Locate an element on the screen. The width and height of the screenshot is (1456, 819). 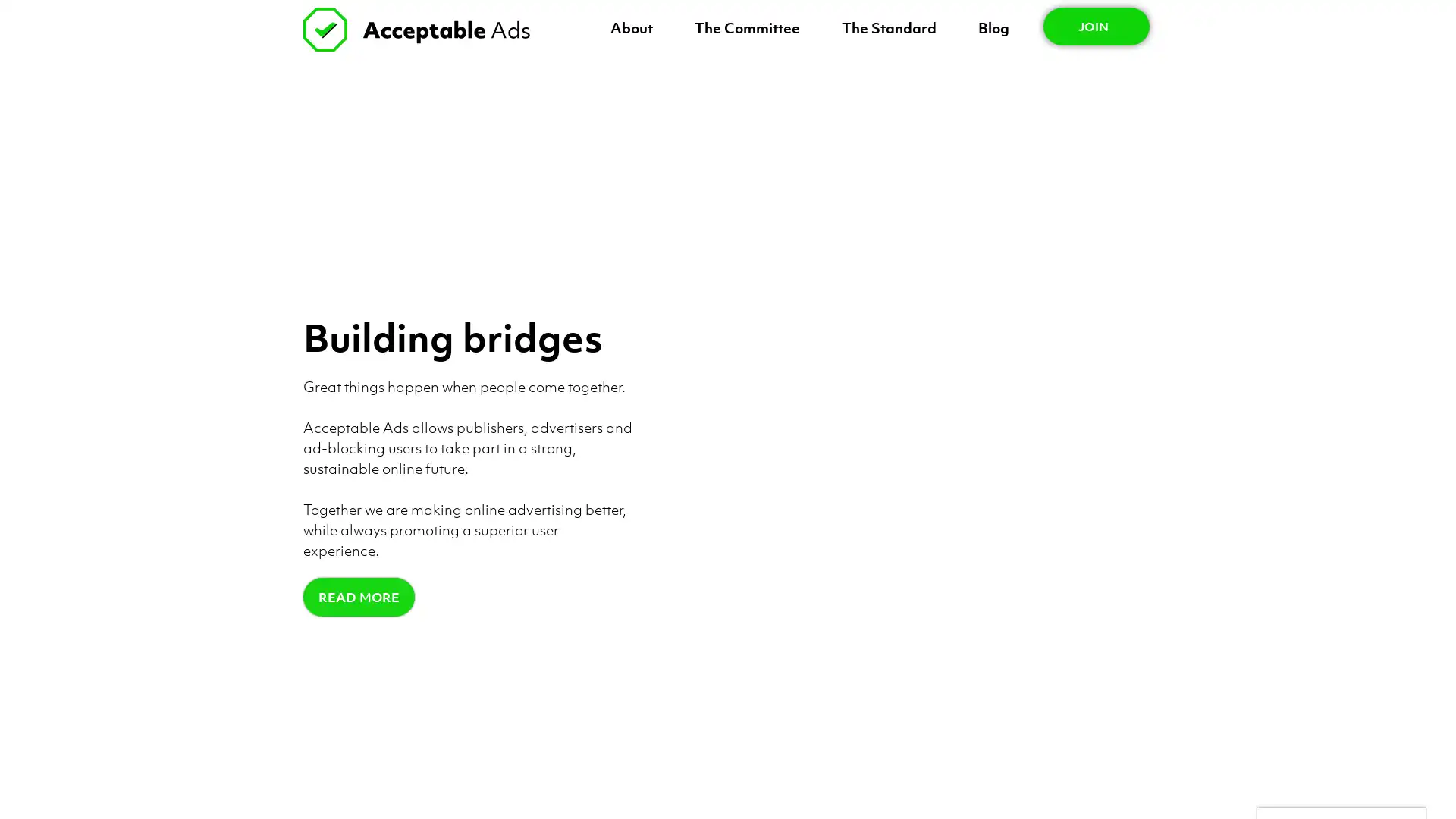
JOIN is located at coordinates (1095, 26).